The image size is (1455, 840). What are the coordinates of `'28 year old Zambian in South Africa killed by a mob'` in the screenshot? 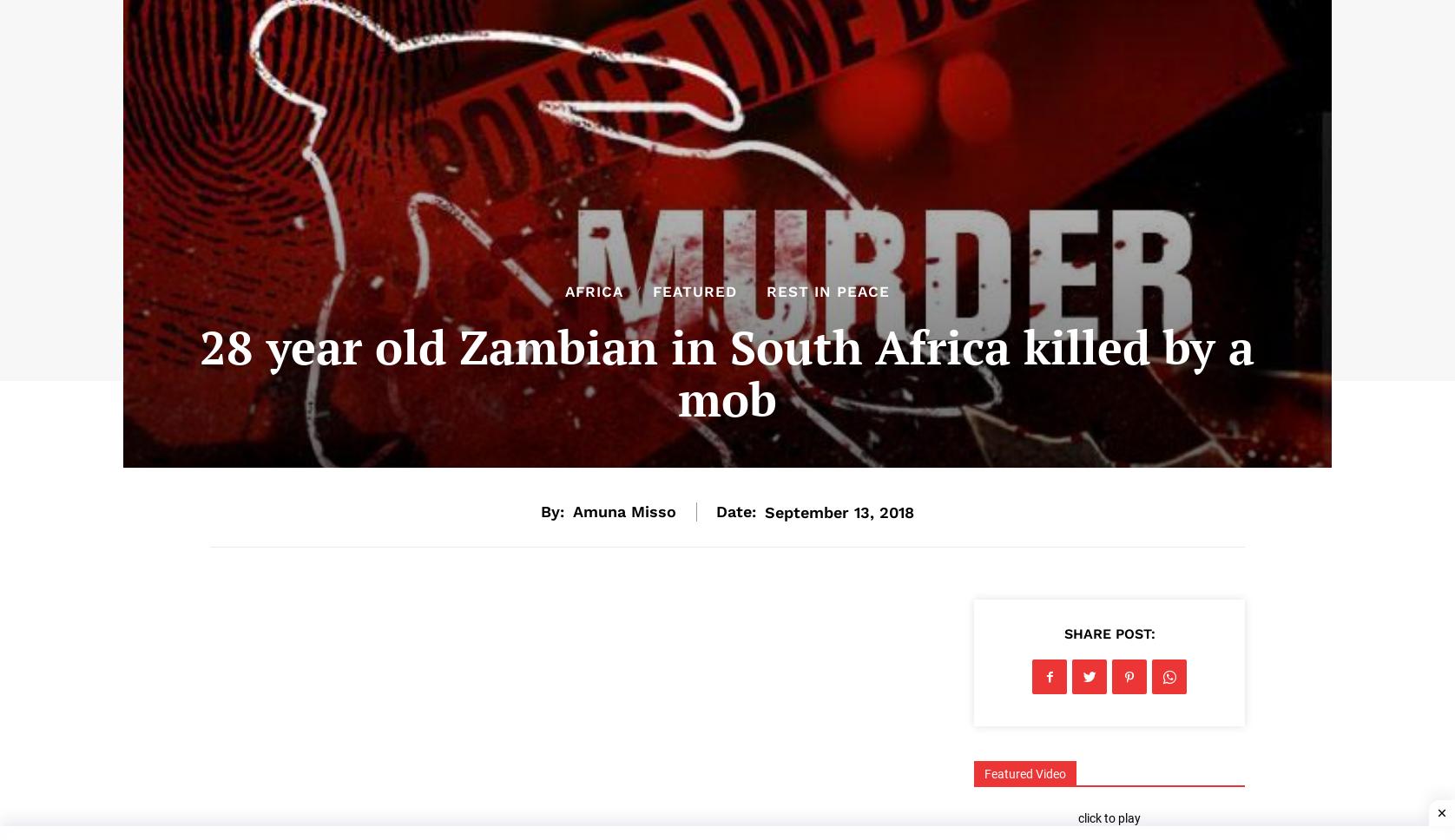 It's located at (198, 372).